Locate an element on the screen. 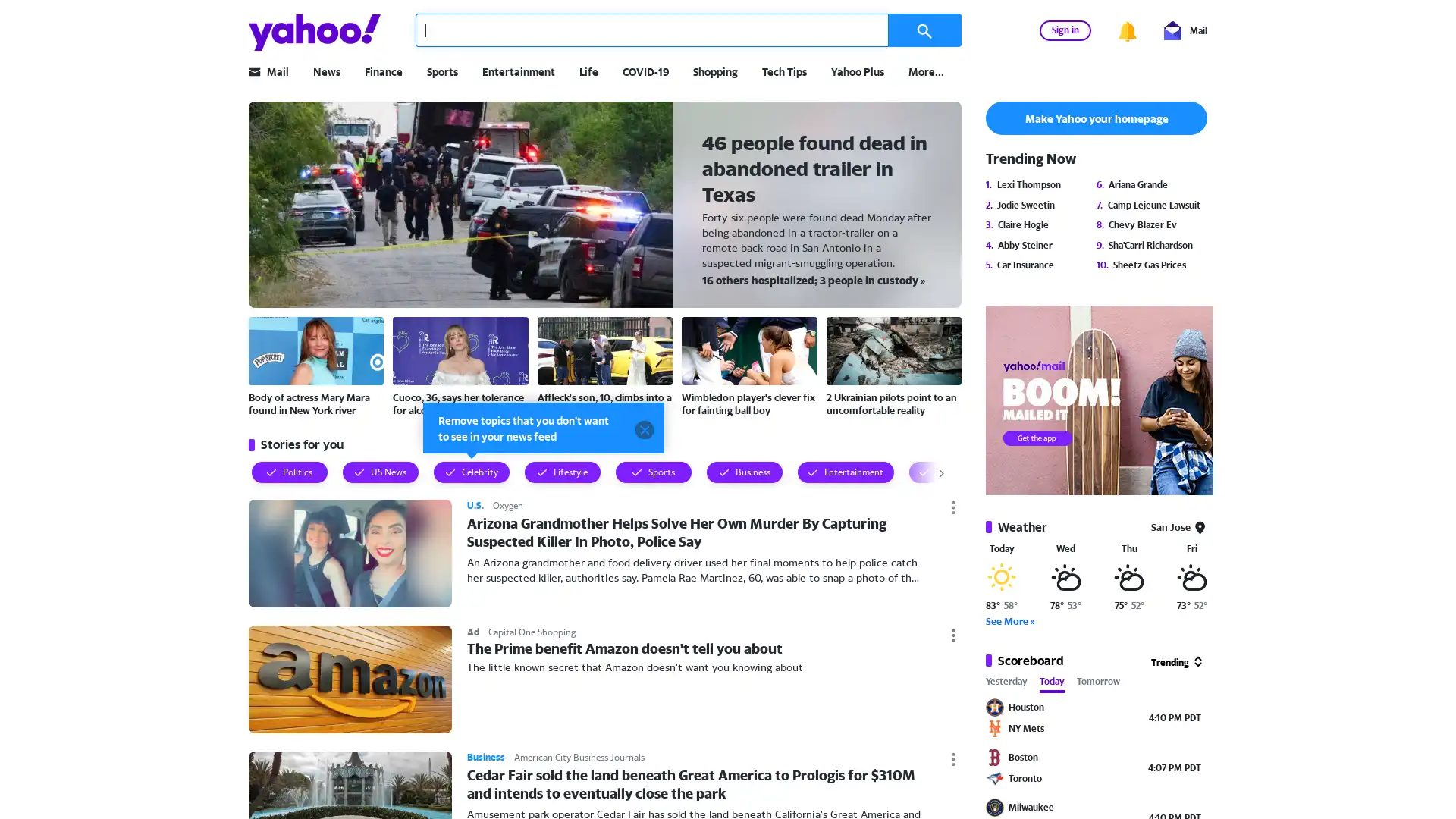 The height and width of the screenshot is (819, 1456). Visually show next topic filters is located at coordinates (925, 471).